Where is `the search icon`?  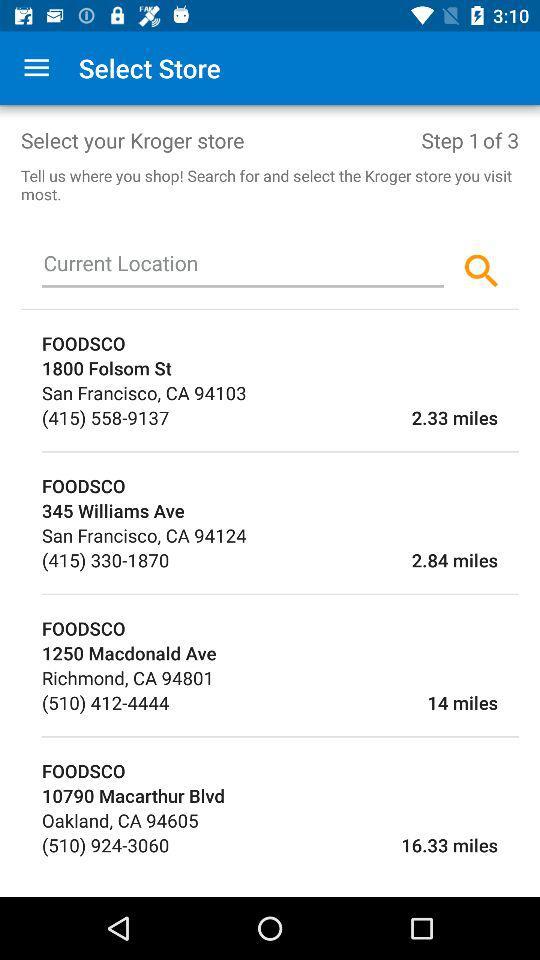
the search icon is located at coordinates (480, 270).